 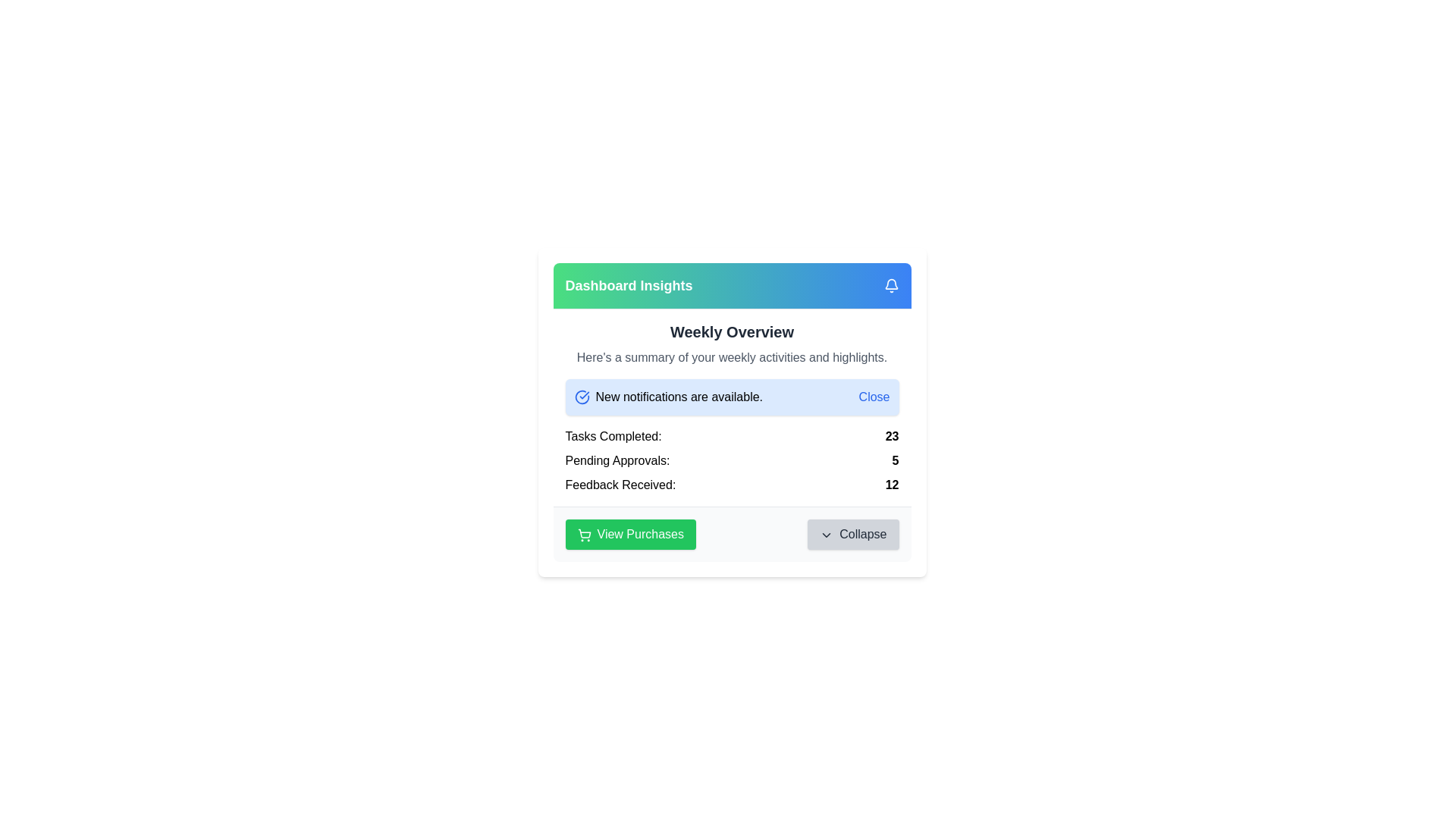 What do you see at coordinates (895, 460) in the screenshot?
I see `the numeral '5' displayed in bold sans-serif font, positioned to the right of 'Pending Approvals:' in the dashboard interface` at bounding box center [895, 460].